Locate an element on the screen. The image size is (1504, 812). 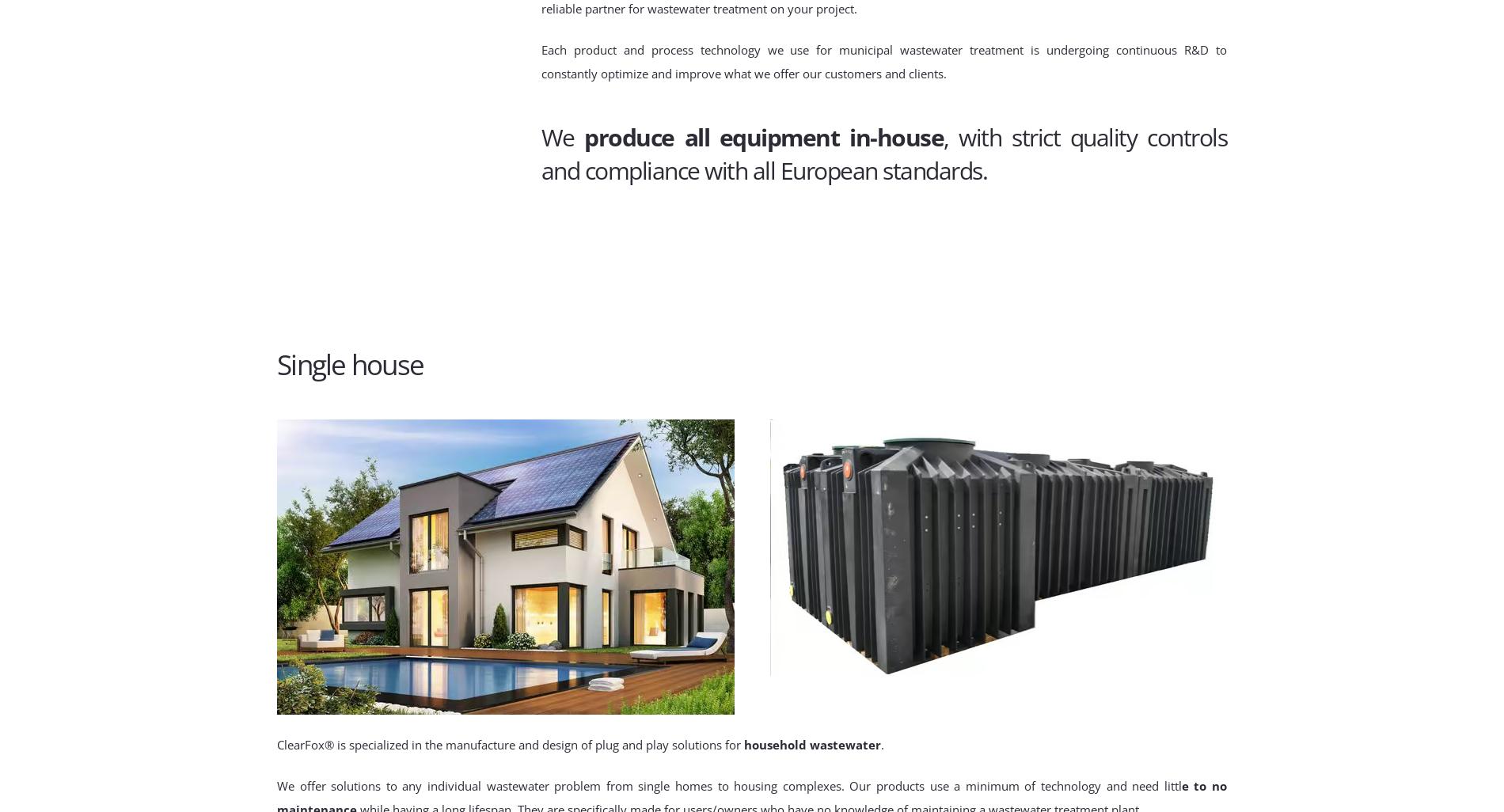
'.' is located at coordinates (882, 744).